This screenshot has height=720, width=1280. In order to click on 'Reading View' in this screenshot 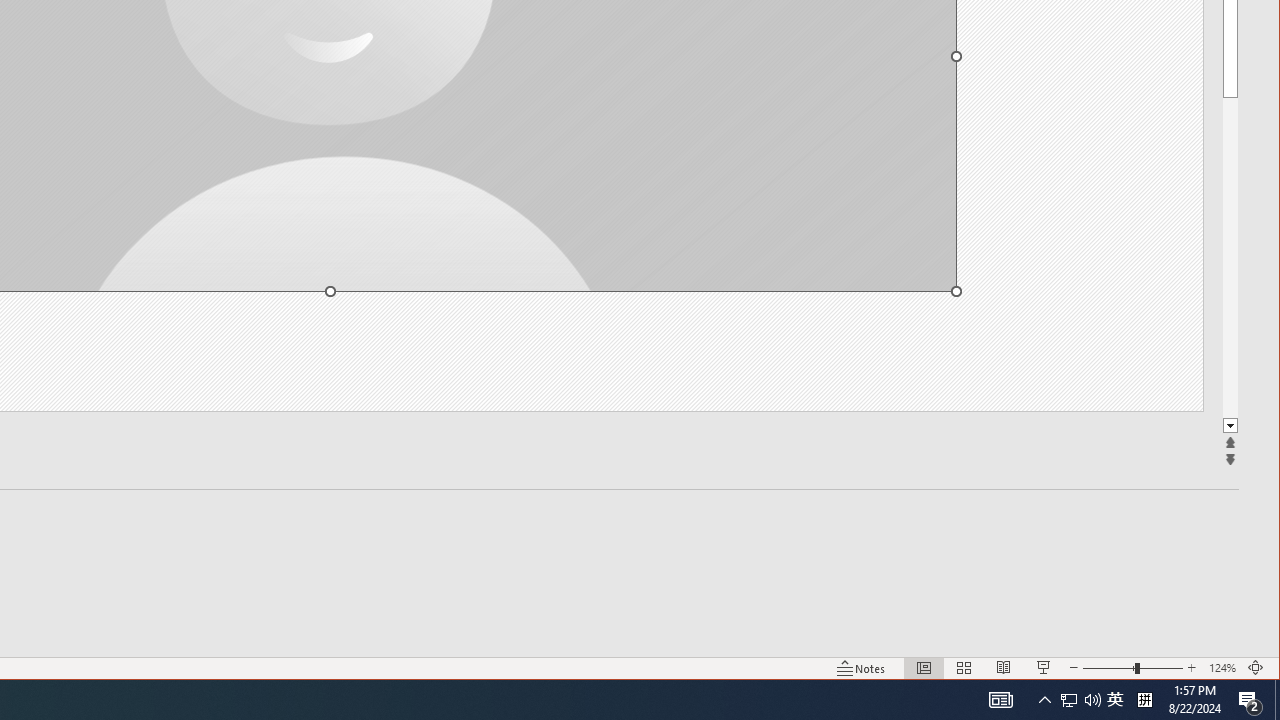, I will do `click(1004, 668)`.